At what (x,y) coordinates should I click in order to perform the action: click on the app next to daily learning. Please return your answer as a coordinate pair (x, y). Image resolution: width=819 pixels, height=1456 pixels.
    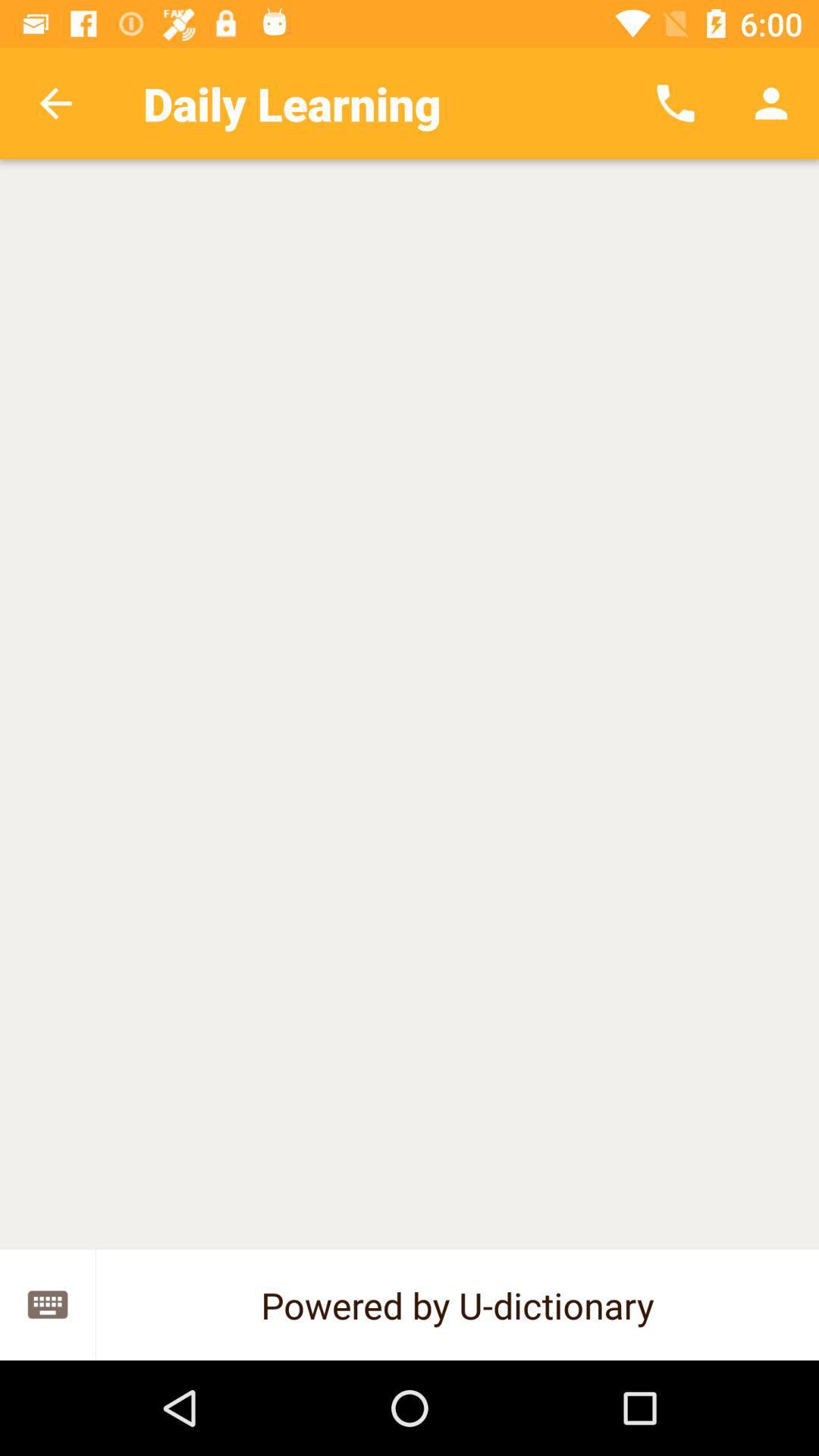
    Looking at the image, I should click on (55, 102).